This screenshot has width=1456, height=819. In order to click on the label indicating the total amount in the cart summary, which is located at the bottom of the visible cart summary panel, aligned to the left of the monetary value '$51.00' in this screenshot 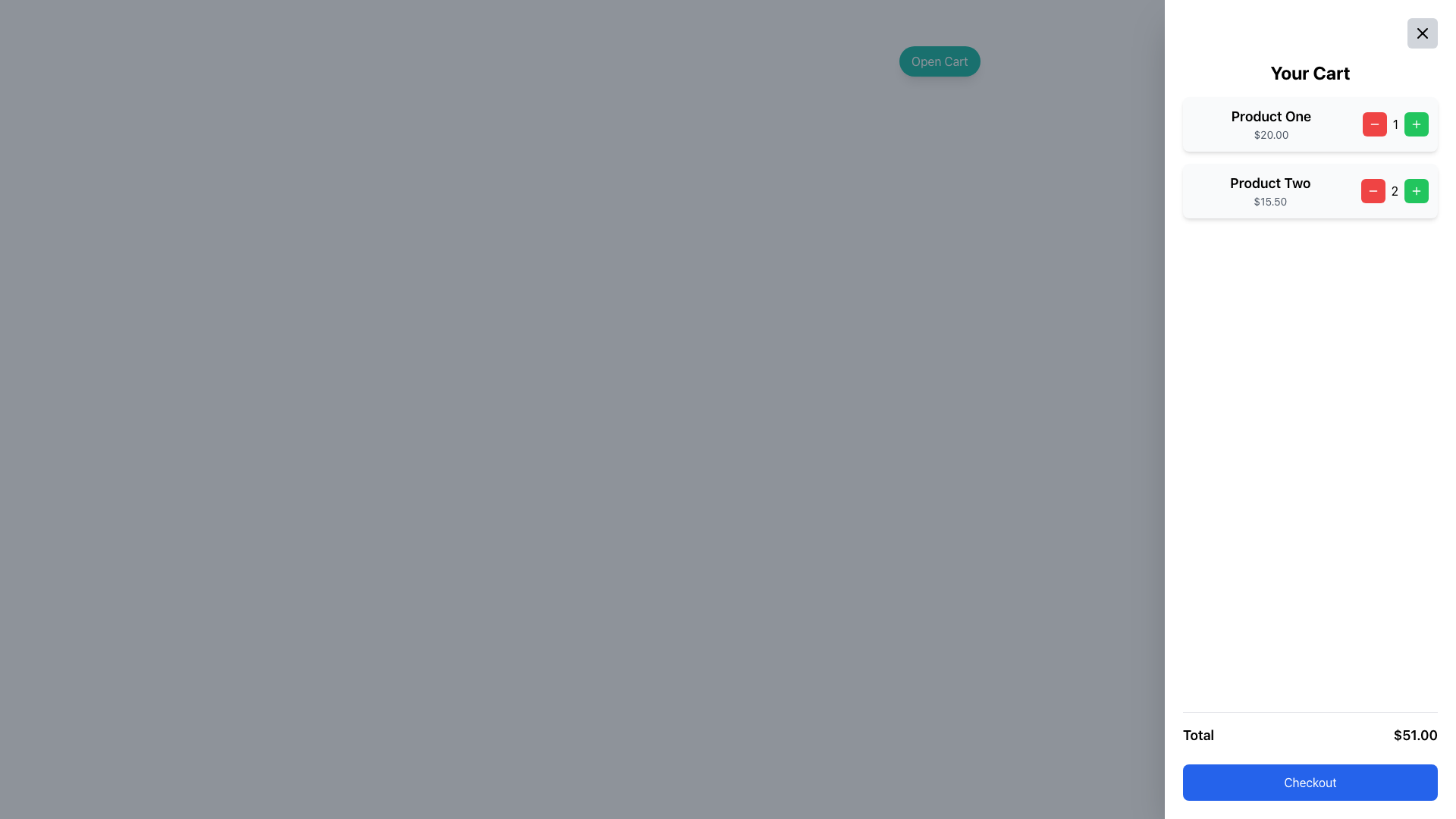, I will do `click(1197, 734)`.